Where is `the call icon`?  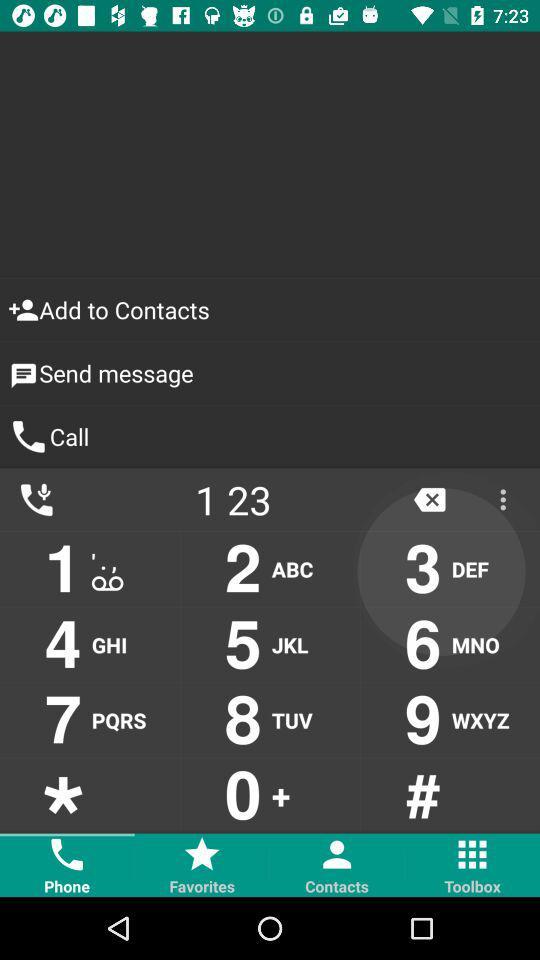 the call icon is located at coordinates (36, 498).